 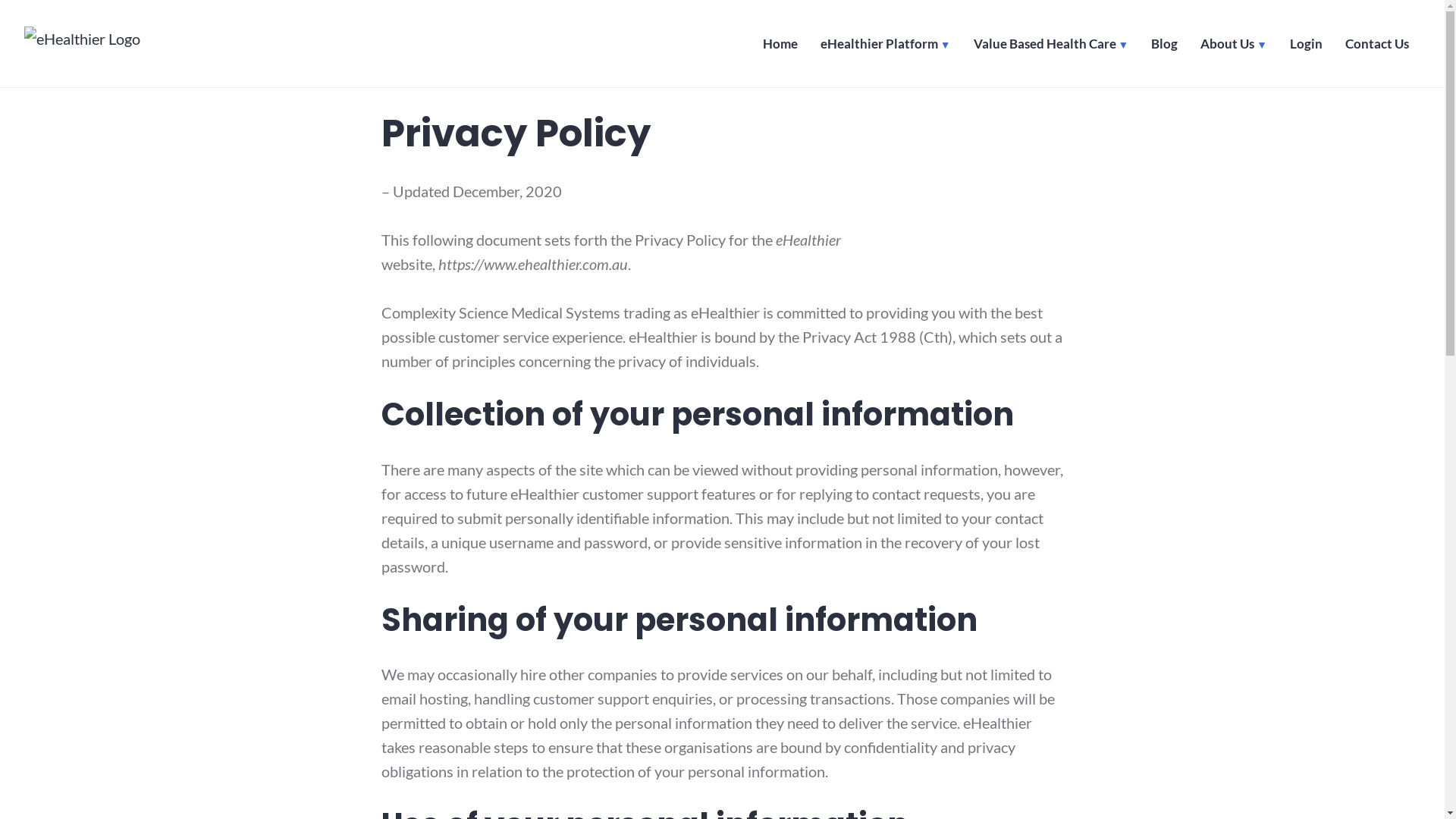 I want to click on 'eHealthier Platform', so click(x=819, y=45).